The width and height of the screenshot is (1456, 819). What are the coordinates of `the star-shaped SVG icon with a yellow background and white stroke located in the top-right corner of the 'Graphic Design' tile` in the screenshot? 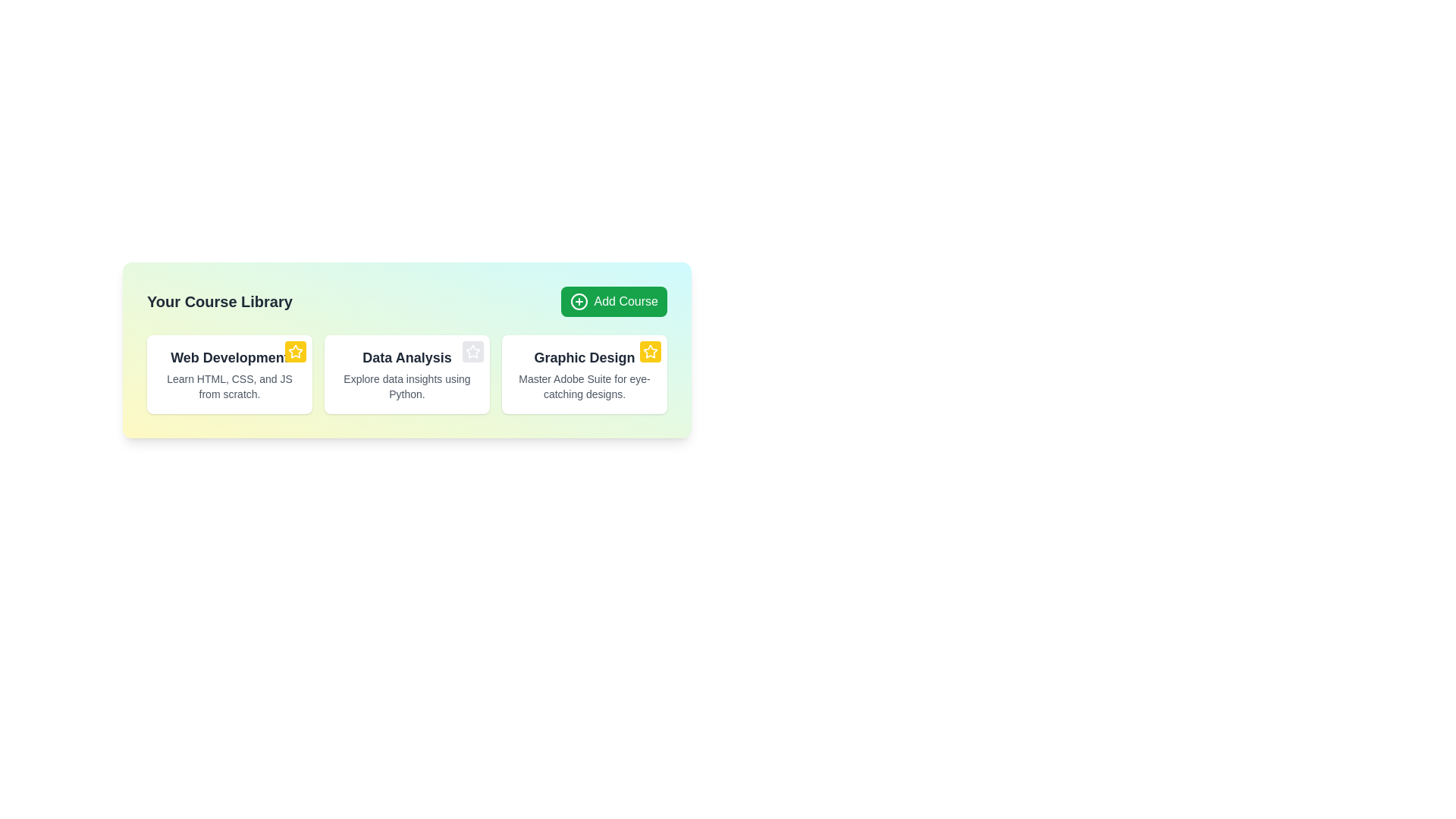 It's located at (651, 351).